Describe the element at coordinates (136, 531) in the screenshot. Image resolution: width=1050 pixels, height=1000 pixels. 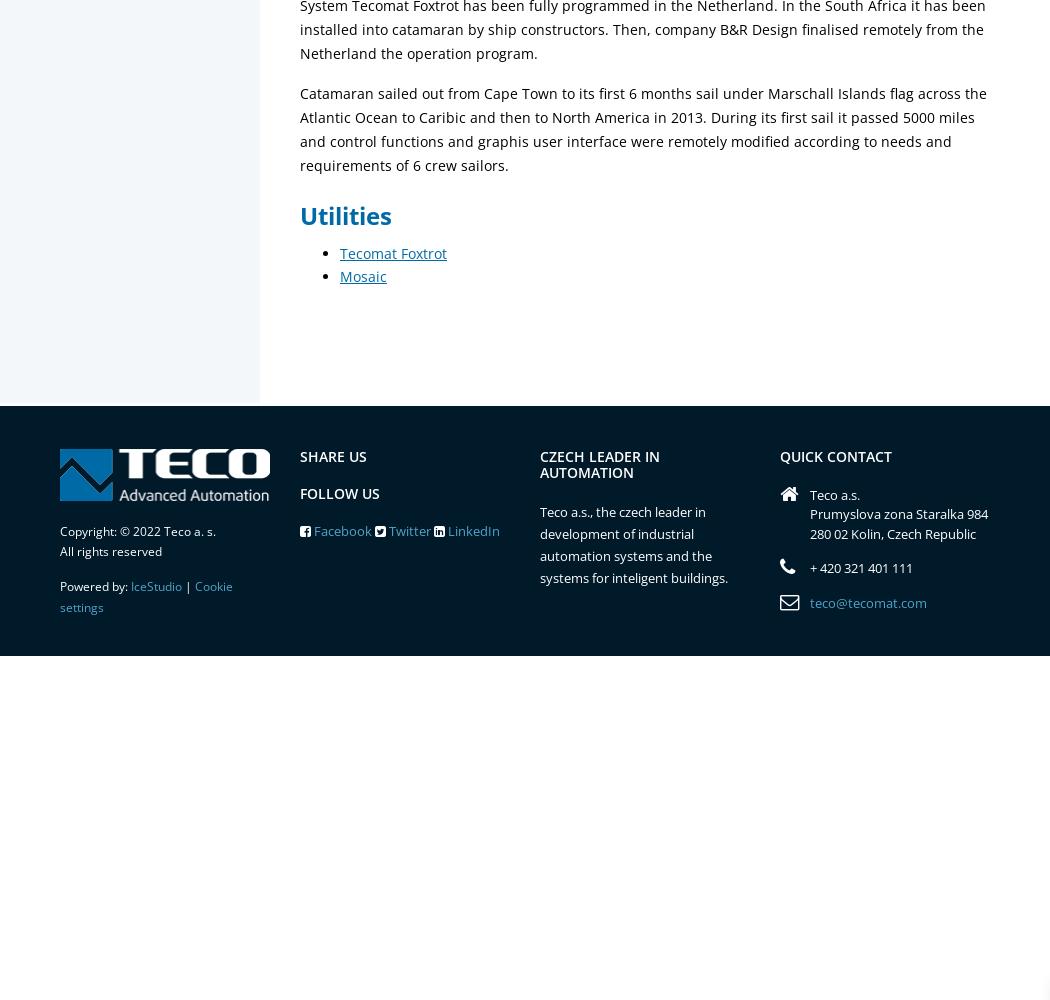
I see `'Copyright: © 2022 Teco a. s.'` at that location.